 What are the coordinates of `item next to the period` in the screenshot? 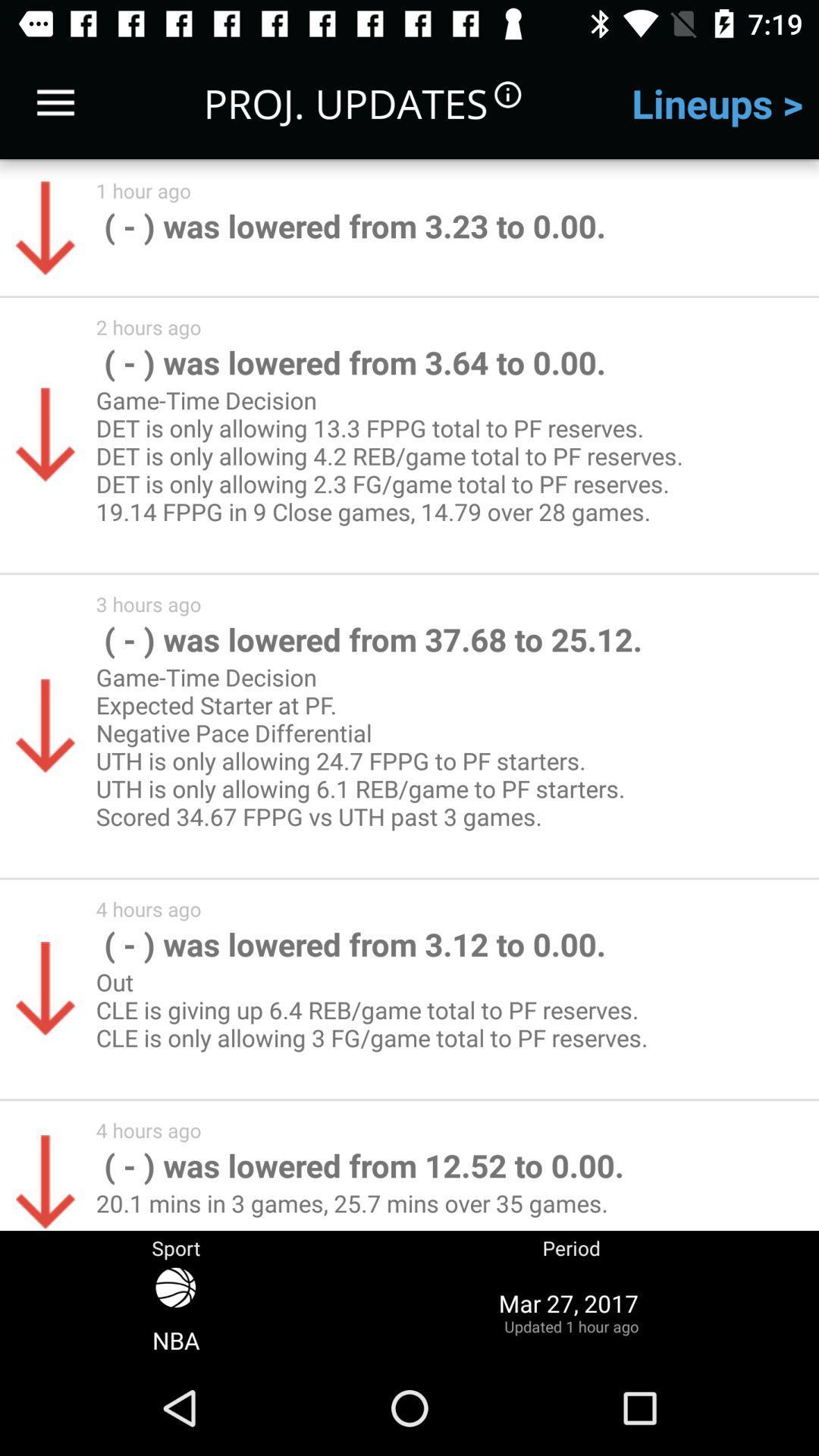 It's located at (175, 1311).